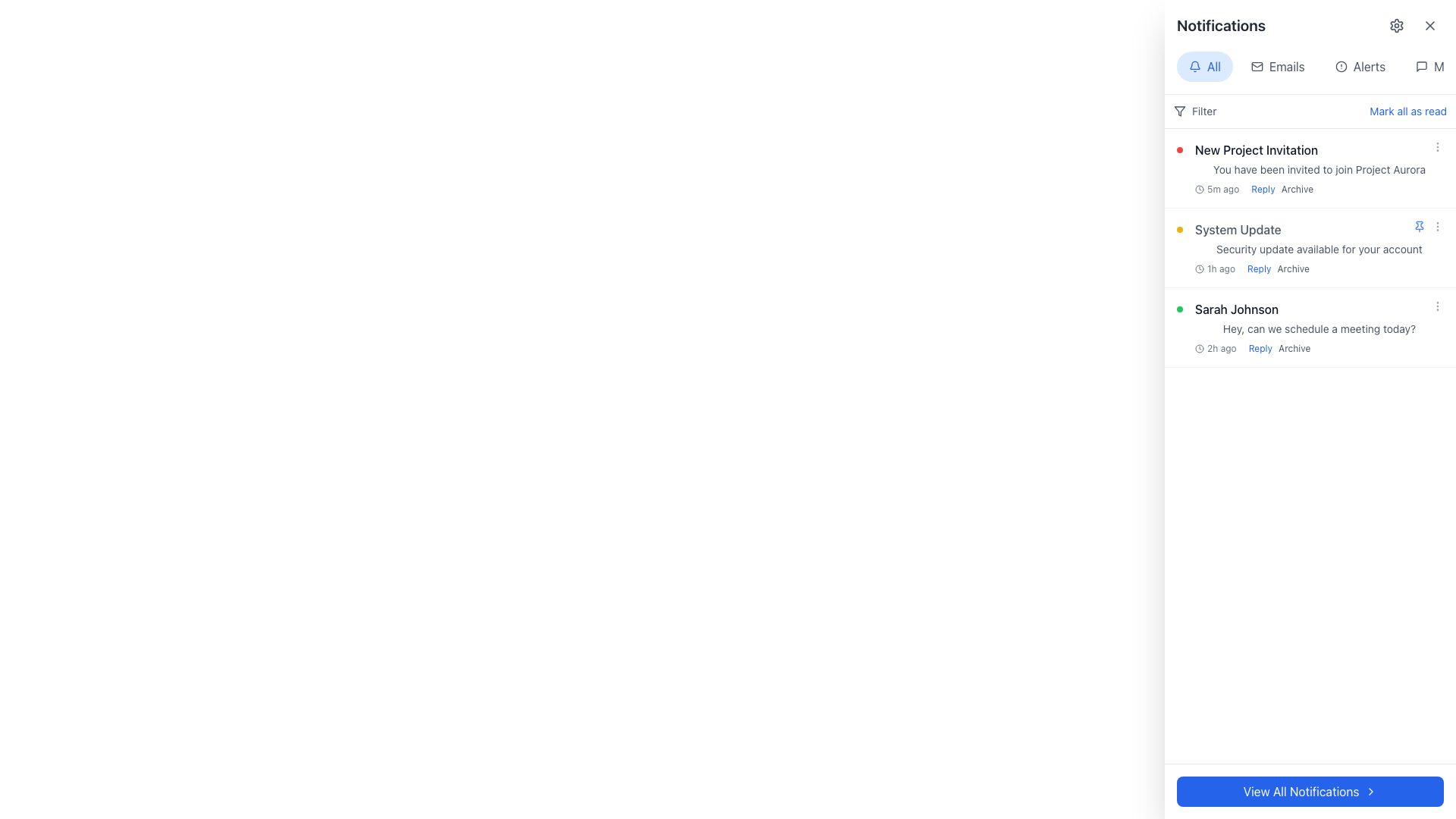 The width and height of the screenshot is (1456, 819). What do you see at coordinates (1237, 309) in the screenshot?
I see `the text label displaying the sender's or subject's name in the notification, which is positioned to the right of a green circular icon` at bounding box center [1237, 309].